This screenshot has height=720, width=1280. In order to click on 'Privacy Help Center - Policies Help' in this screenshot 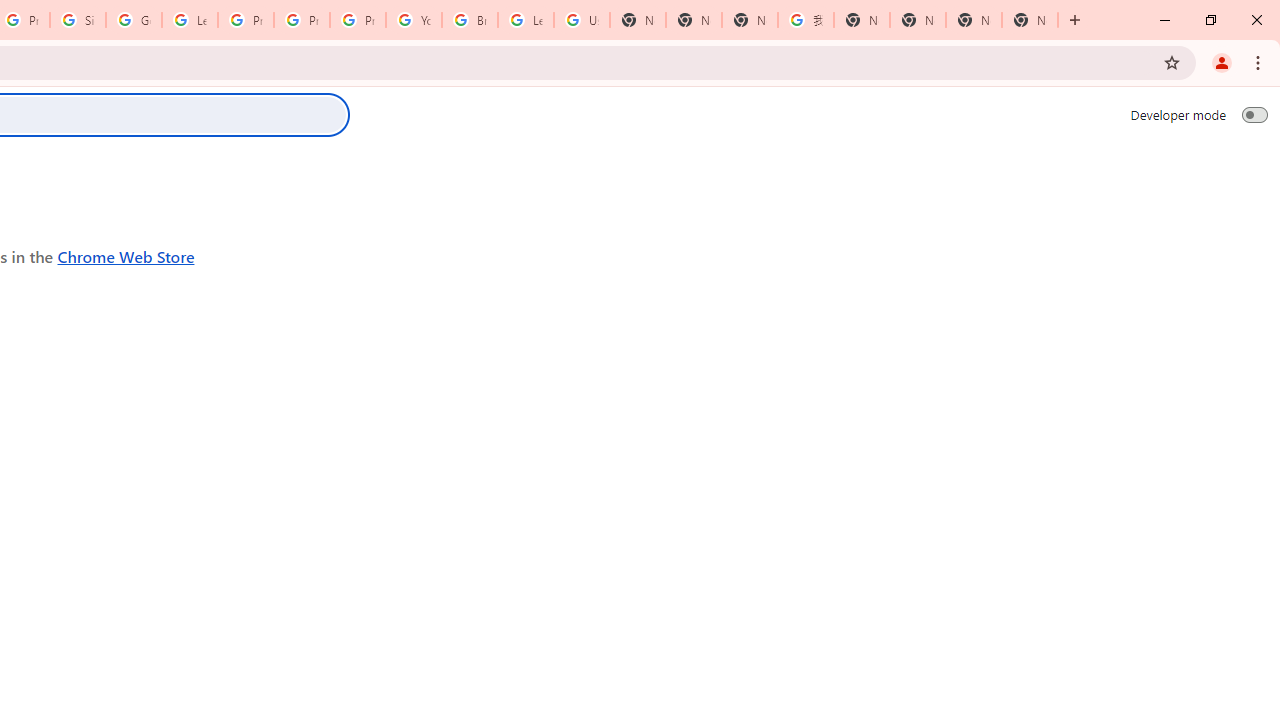, I will do `click(244, 20)`.